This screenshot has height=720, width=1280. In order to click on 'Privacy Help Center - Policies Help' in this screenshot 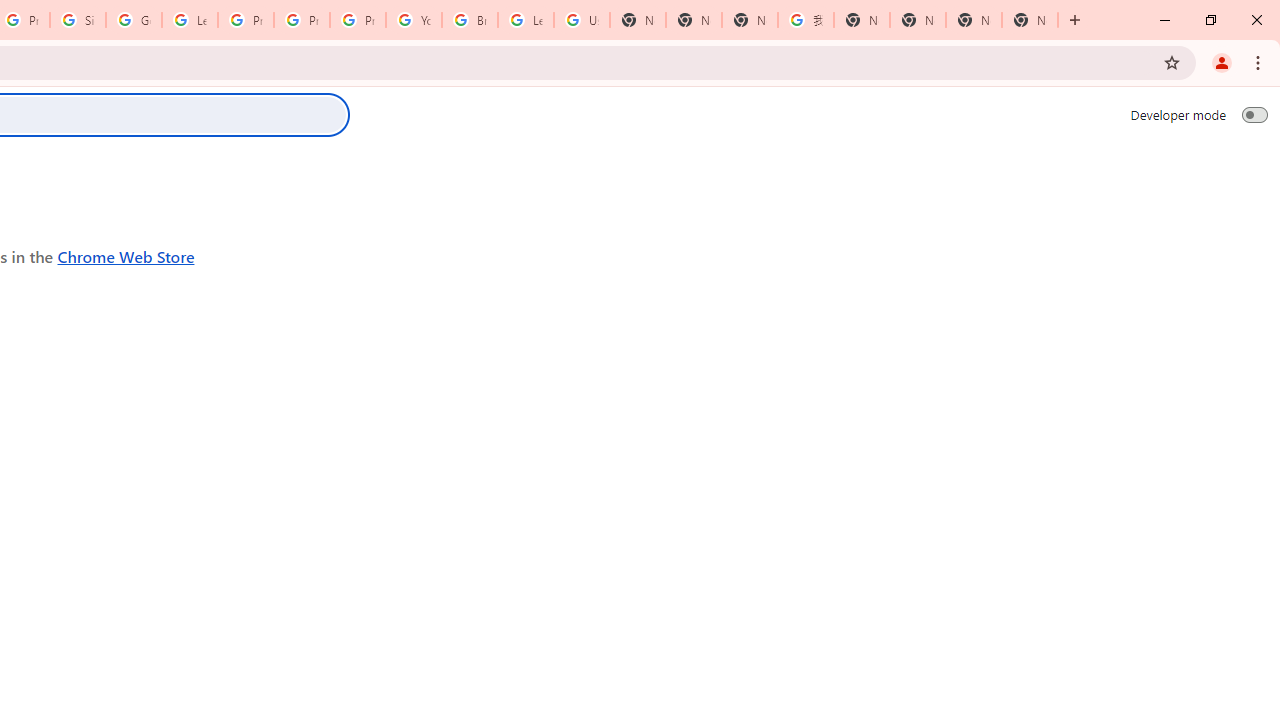, I will do `click(244, 20)`.